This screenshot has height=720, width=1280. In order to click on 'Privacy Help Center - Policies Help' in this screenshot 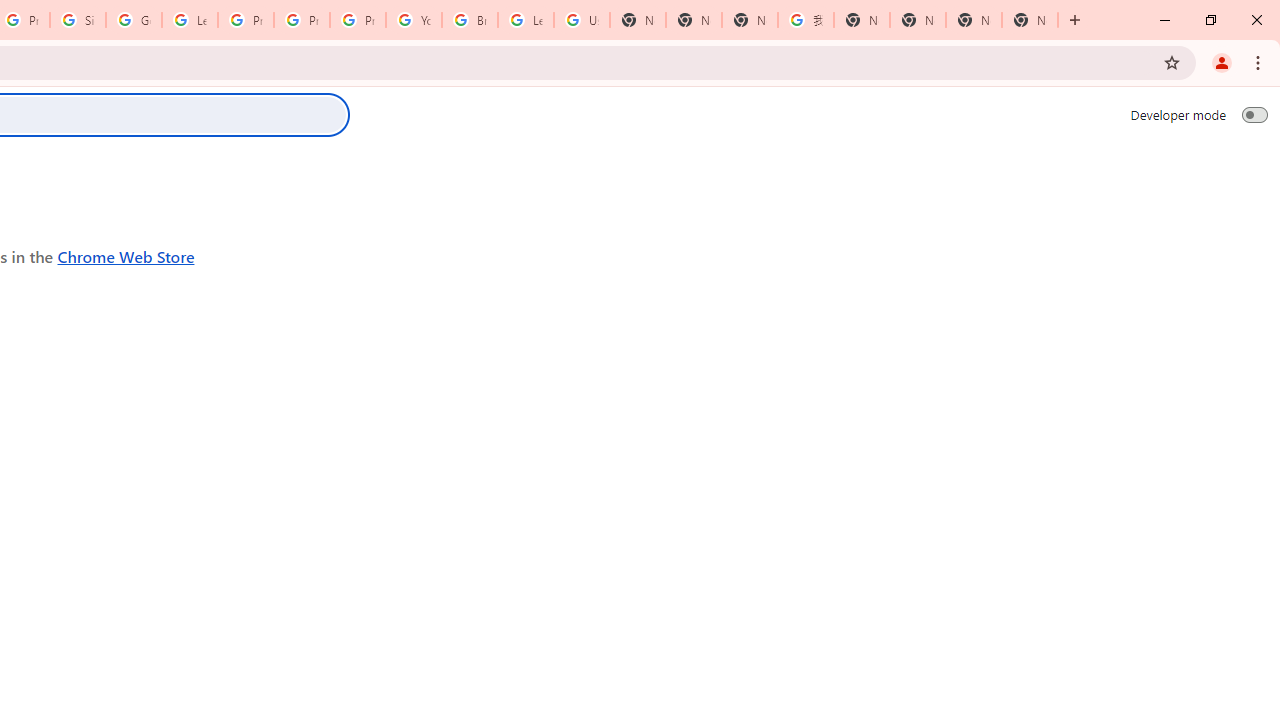, I will do `click(244, 20)`.